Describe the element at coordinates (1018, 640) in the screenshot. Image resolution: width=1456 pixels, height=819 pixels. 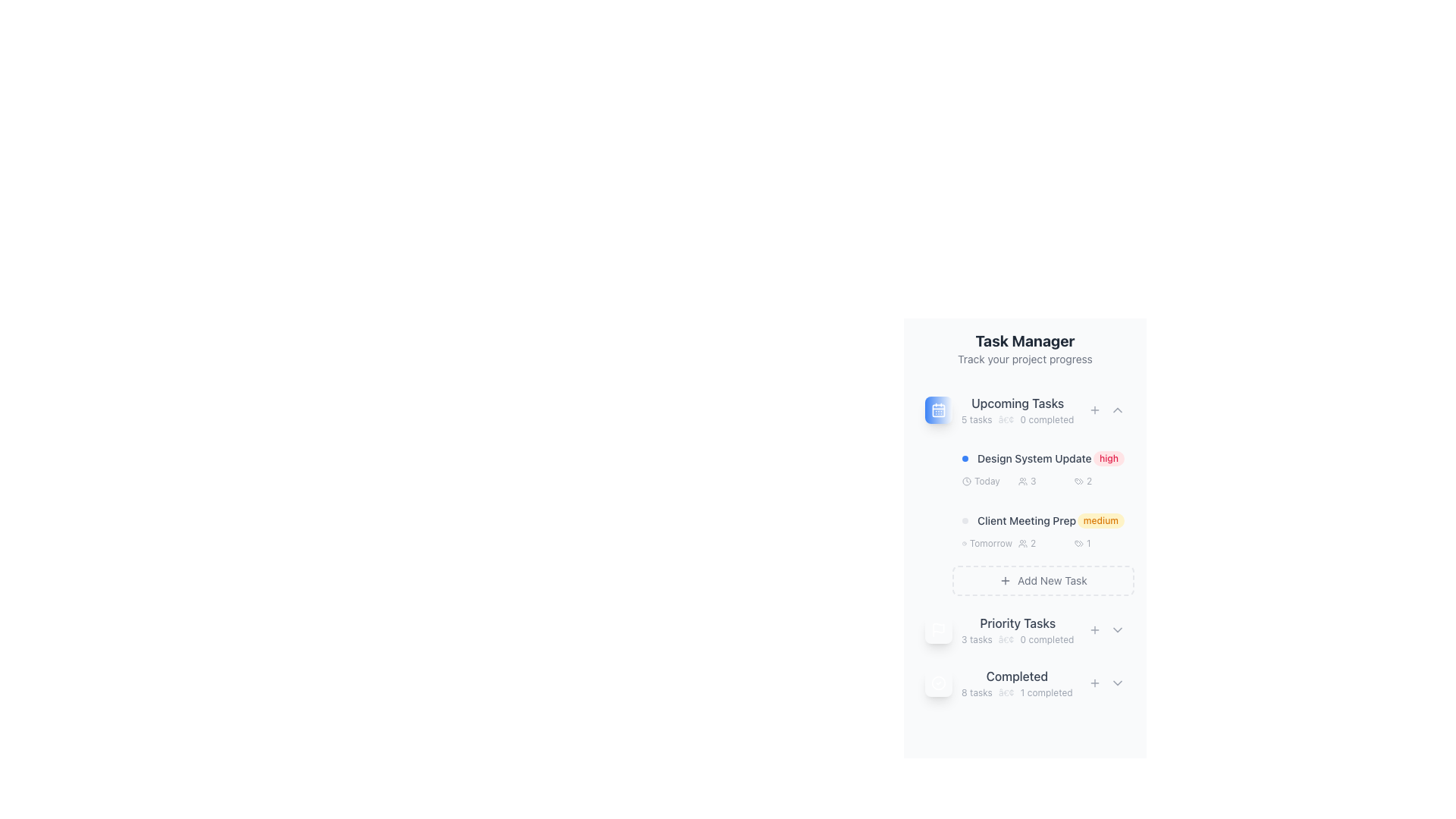
I see `the Text Label that displays the total number of tasks and their completion status, located below the 'Priority Tasks' heading` at that location.